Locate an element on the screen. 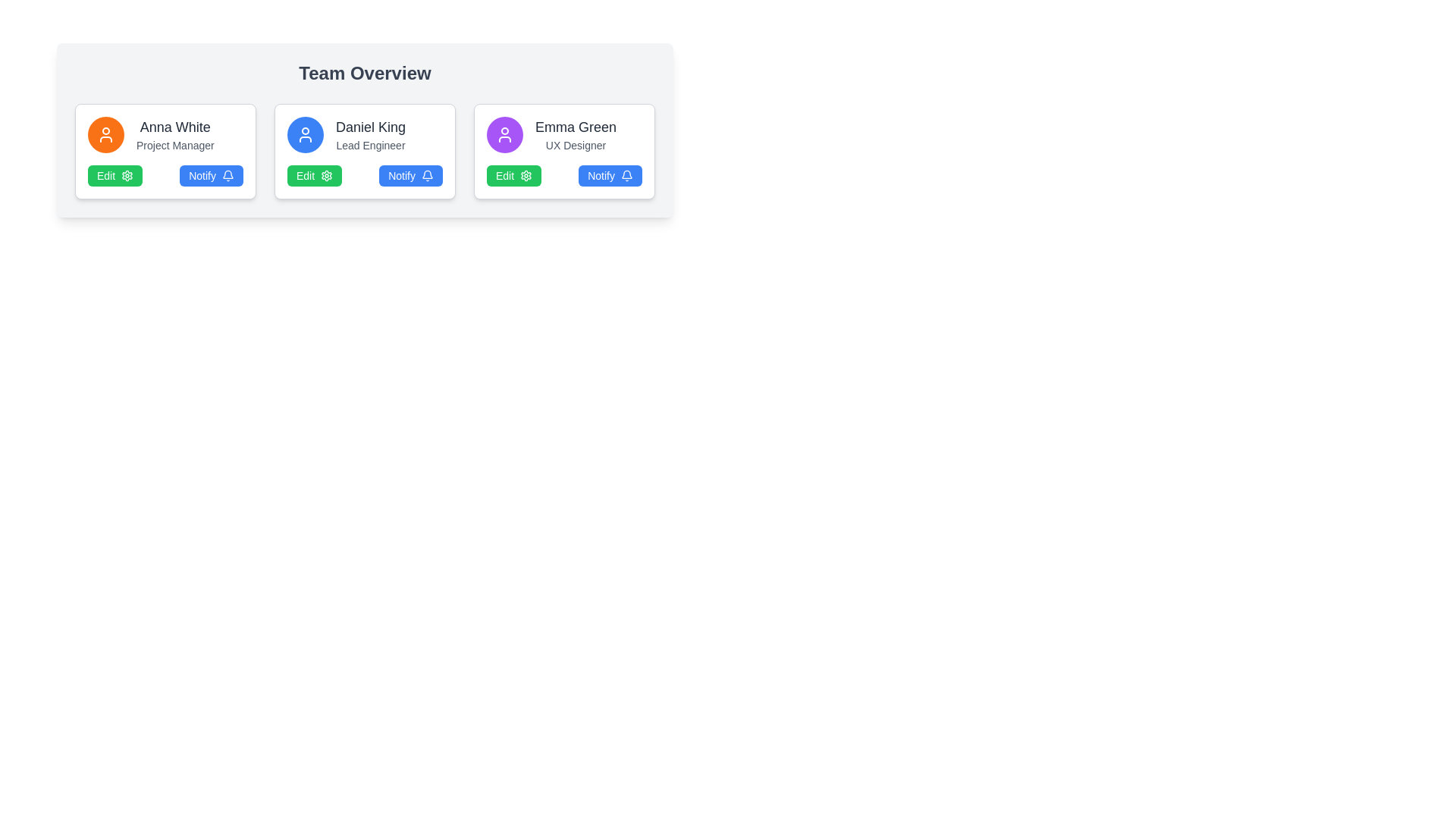 This screenshot has width=1456, height=819. the text display element that shows information about 'Daniel King', the 'Lead Engineer', which is located in the central card of the 'Team Overview' section is located at coordinates (371, 133).